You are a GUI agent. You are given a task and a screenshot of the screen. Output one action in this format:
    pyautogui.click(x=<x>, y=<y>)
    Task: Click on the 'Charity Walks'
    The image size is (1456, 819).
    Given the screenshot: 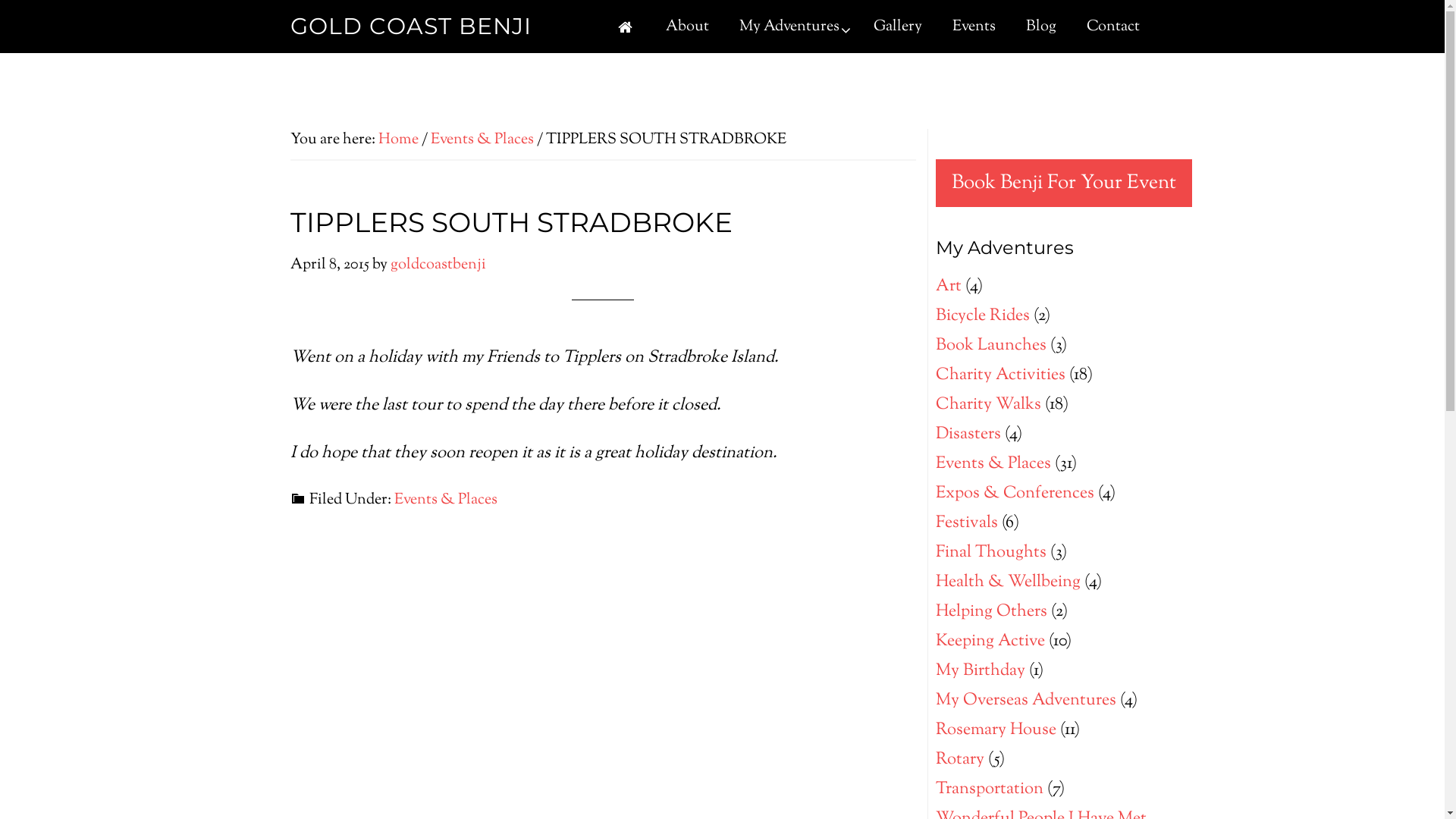 What is the action you would take?
    pyautogui.click(x=988, y=403)
    